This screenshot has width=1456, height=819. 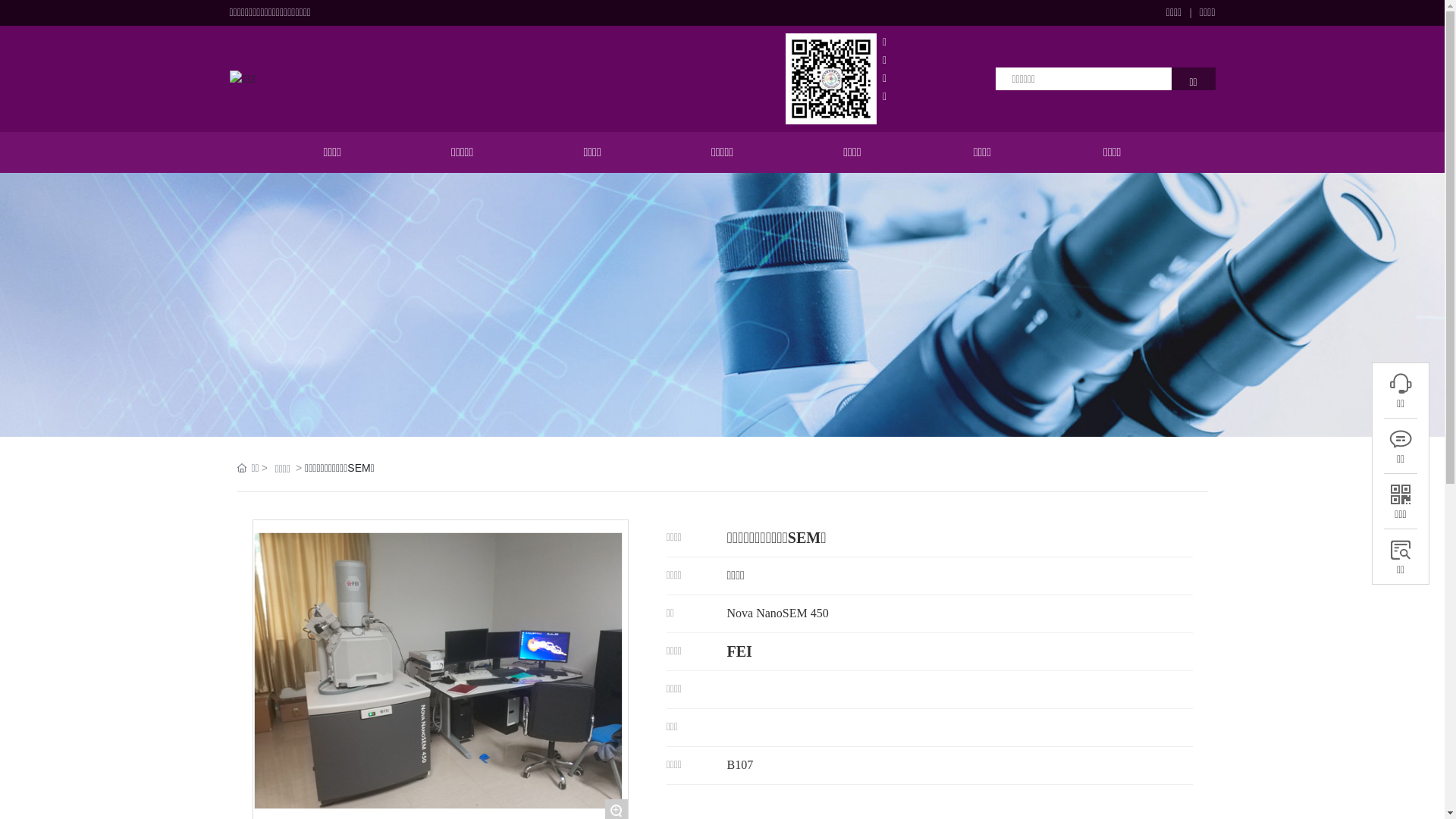 What do you see at coordinates (1400, 438) in the screenshot?
I see `'112'` at bounding box center [1400, 438].